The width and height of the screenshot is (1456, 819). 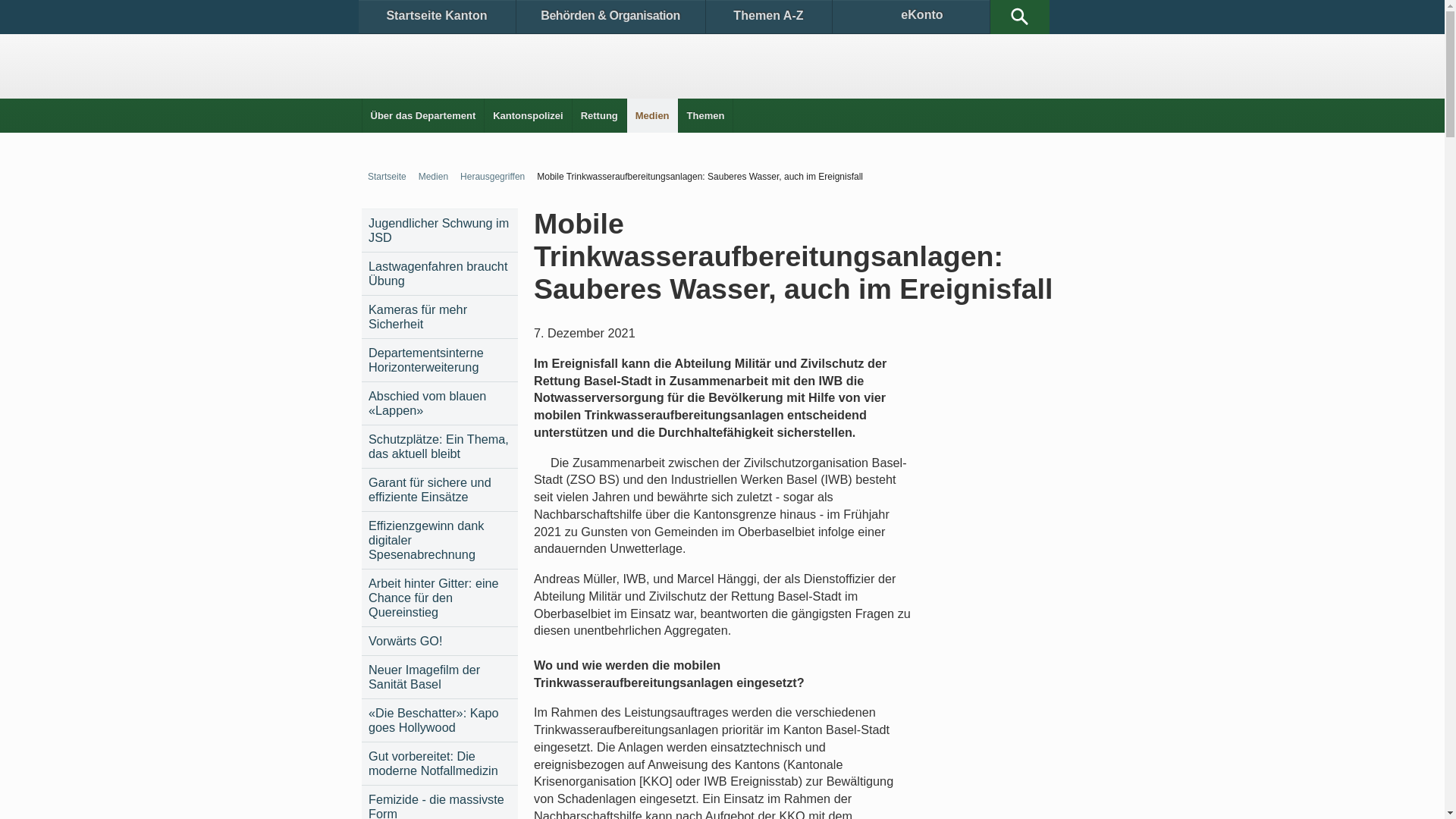 What do you see at coordinates (910, 17) in the screenshot?
I see `'eKonto'` at bounding box center [910, 17].